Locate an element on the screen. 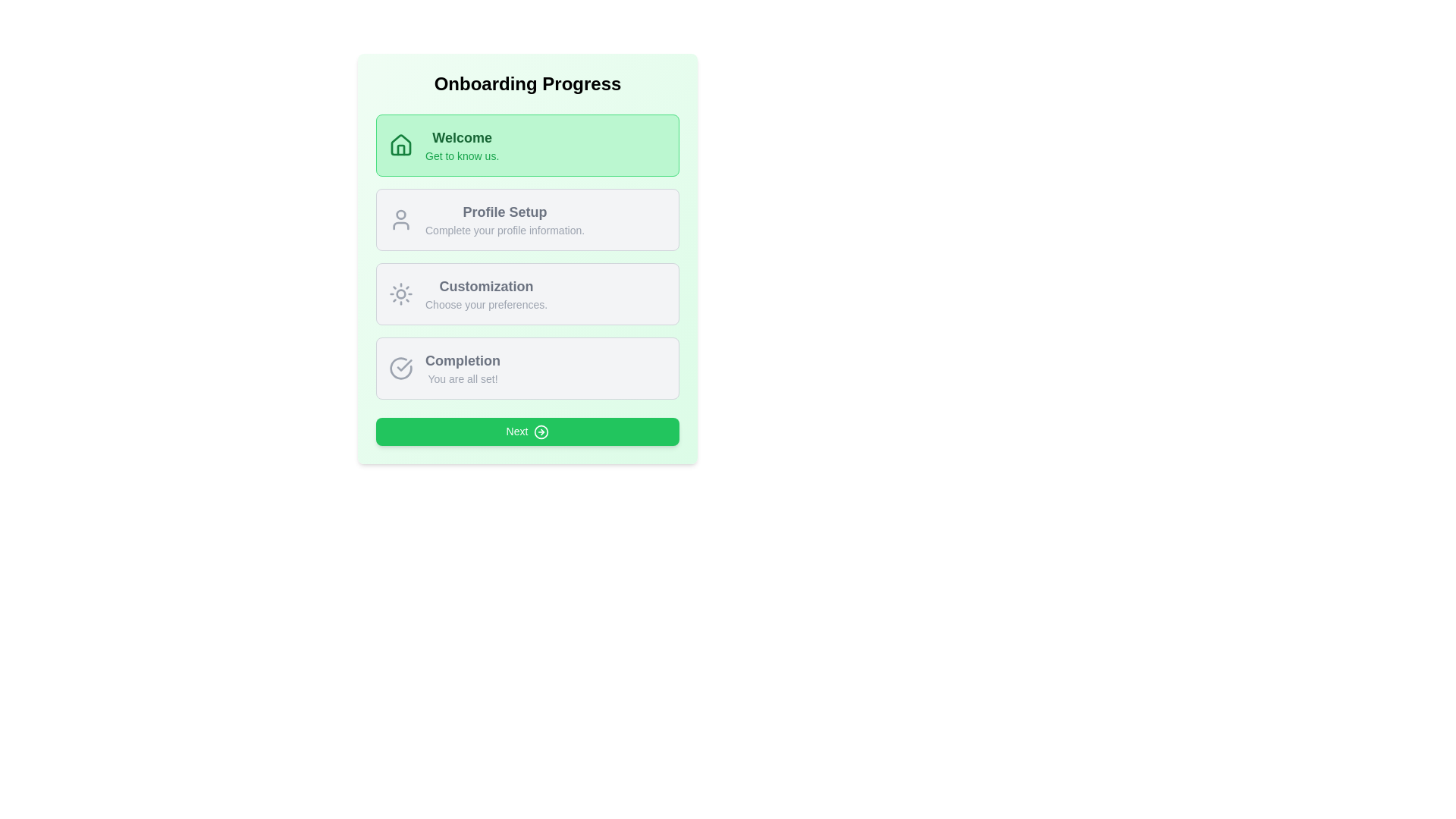 This screenshot has height=819, width=1456. the 'Welcome' text label, which is displayed in a bold, large green font at the top of the onboarding progress panel is located at coordinates (461, 137).